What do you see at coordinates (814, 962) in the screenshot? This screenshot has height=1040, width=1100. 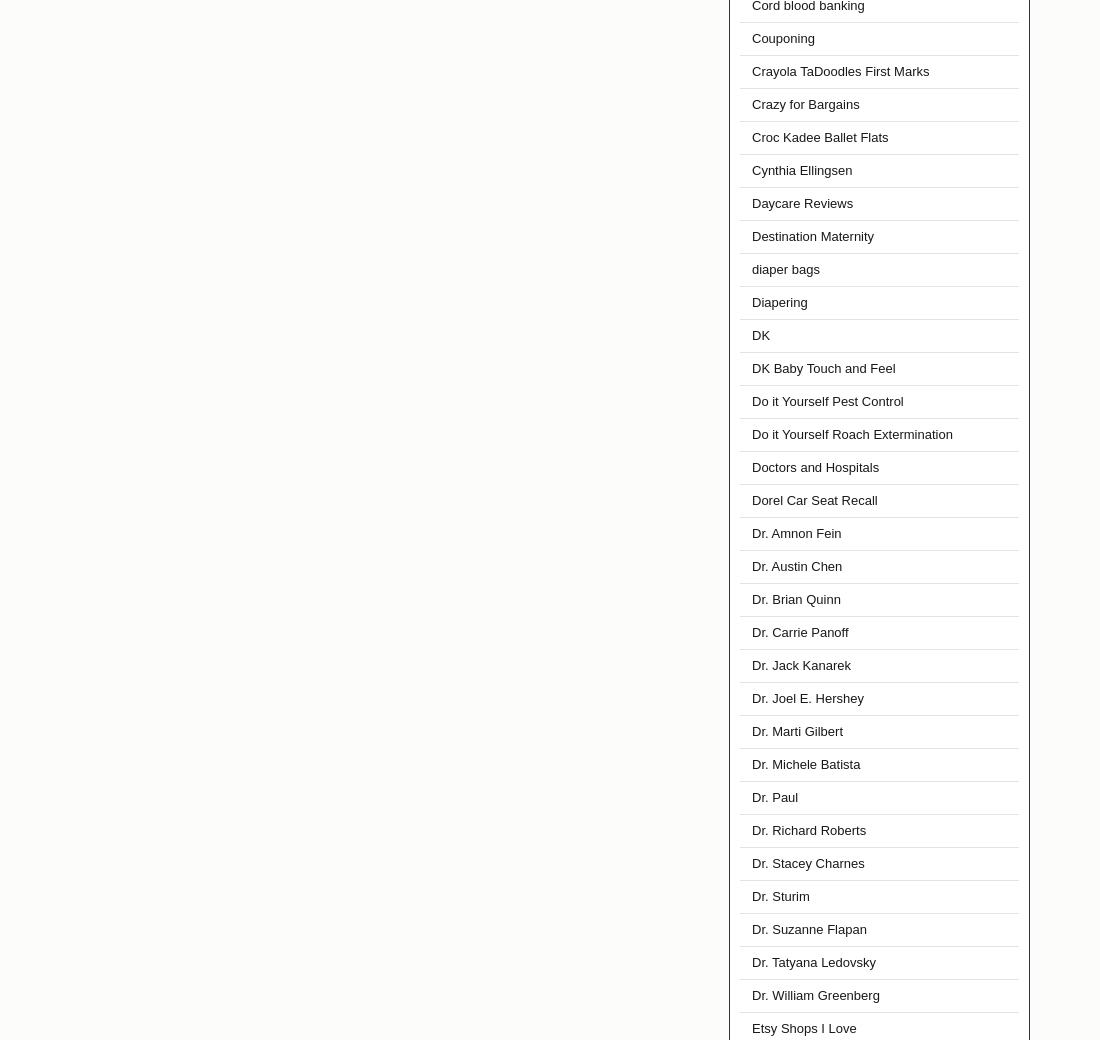 I see `'Dr. Tatyana Ledovsky'` at bounding box center [814, 962].